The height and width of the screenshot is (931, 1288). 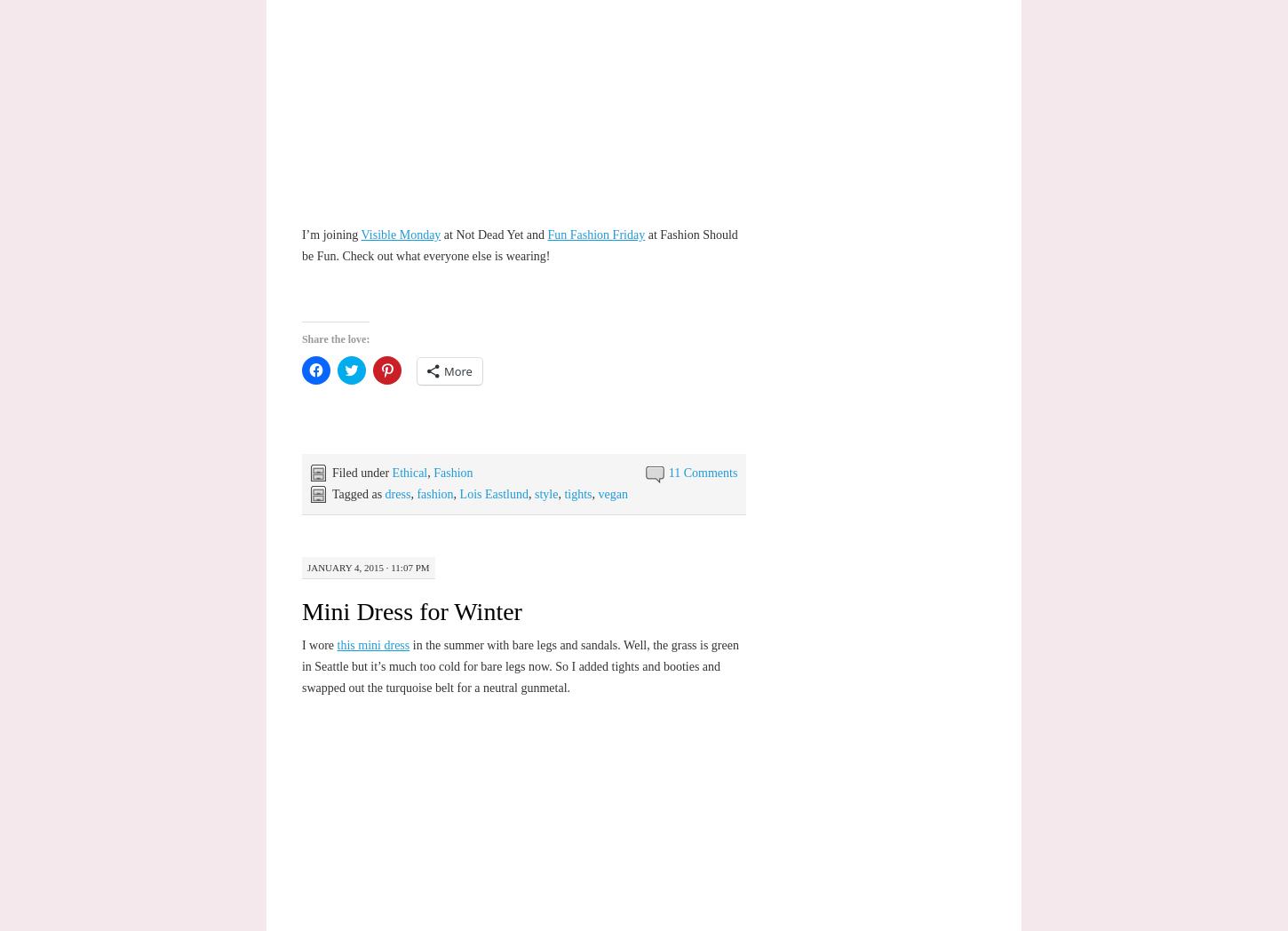 What do you see at coordinates (452, 472) in the screenshot?
I see `'Fashion'` at bounding box center [452, 472].